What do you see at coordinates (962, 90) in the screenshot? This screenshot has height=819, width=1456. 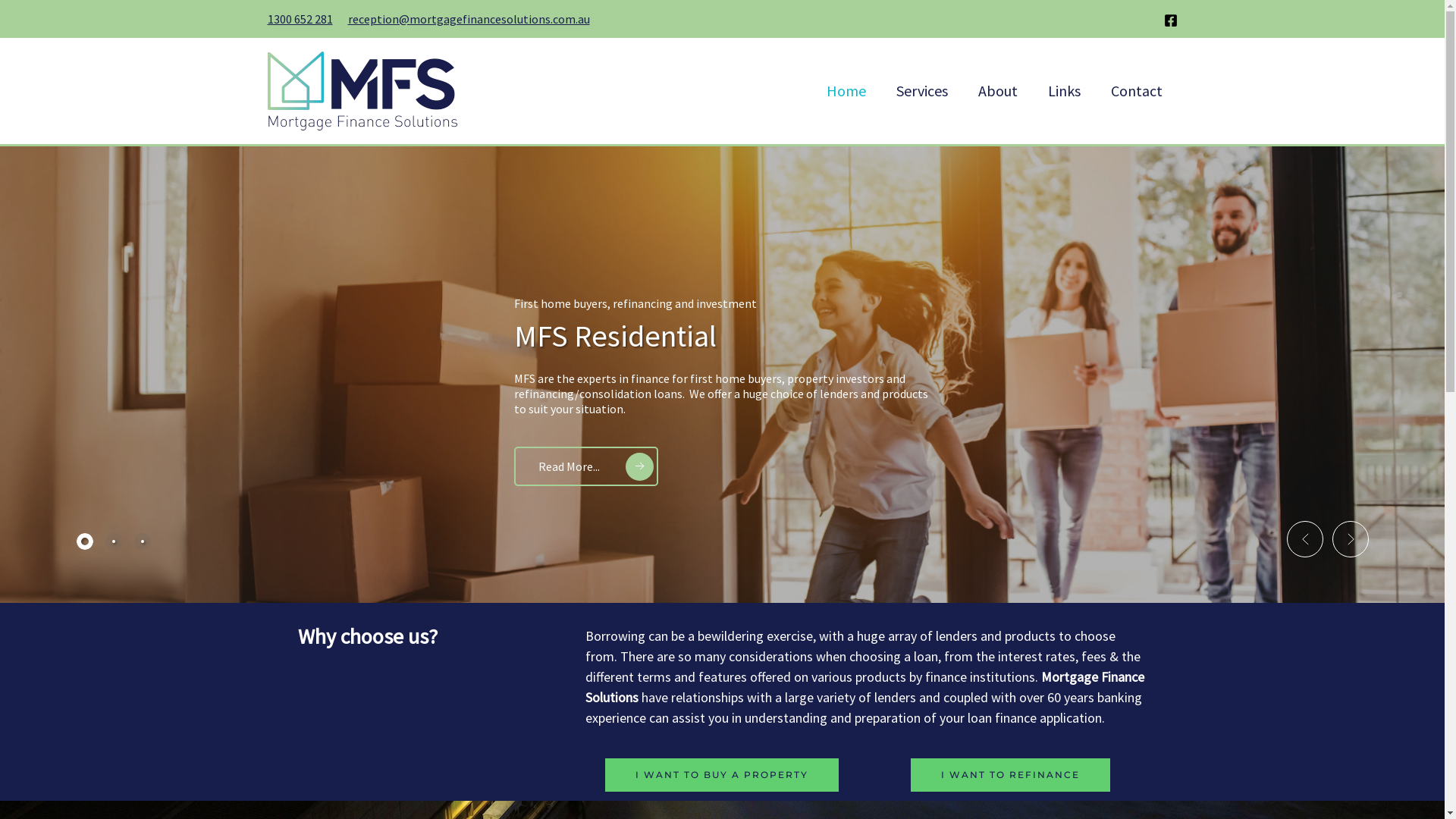 I see `'About'` at bounding box center [962, 90].